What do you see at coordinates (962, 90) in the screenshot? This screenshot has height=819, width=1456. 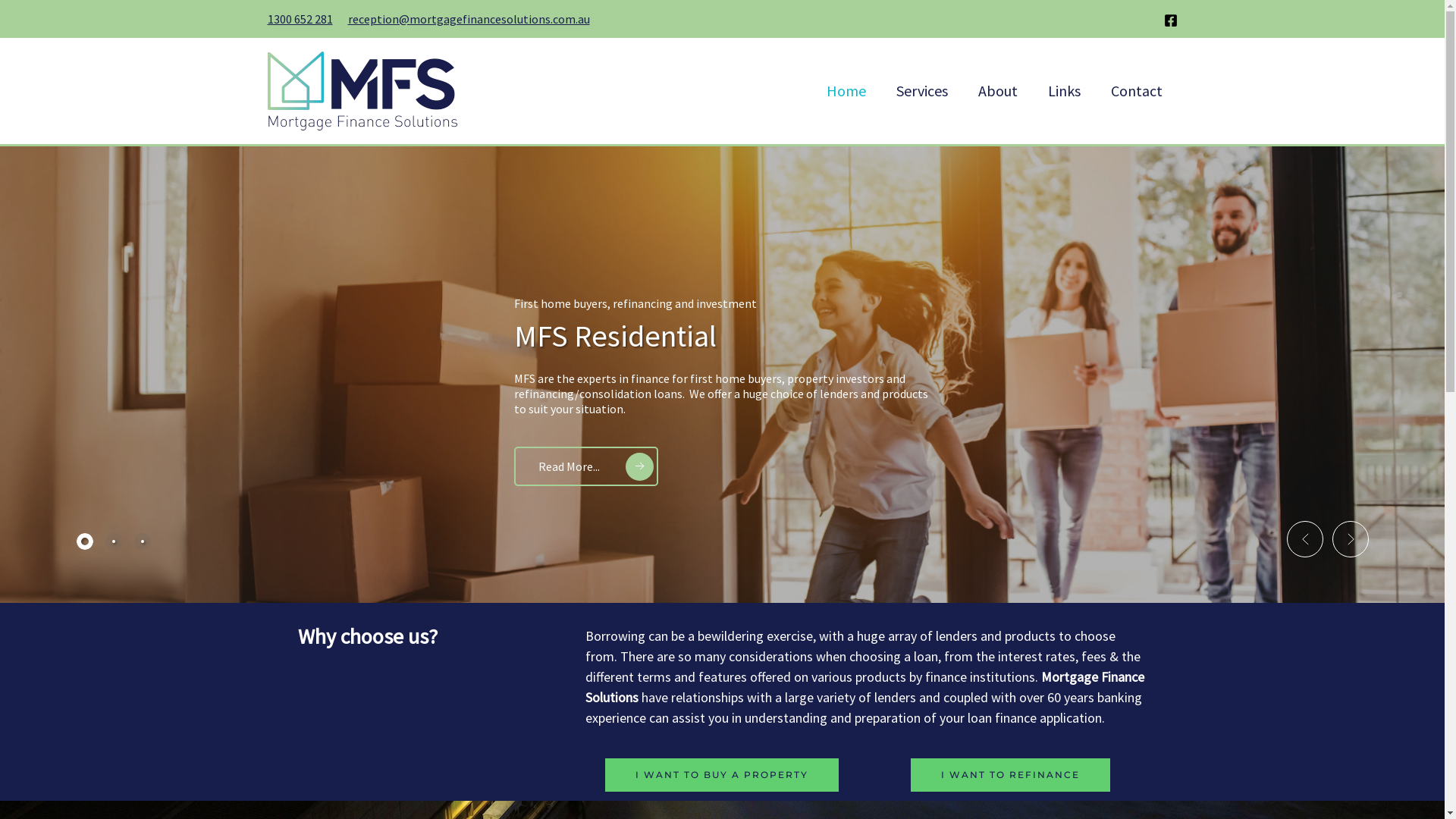 I see `'About'` at bounding box center [962, 90].